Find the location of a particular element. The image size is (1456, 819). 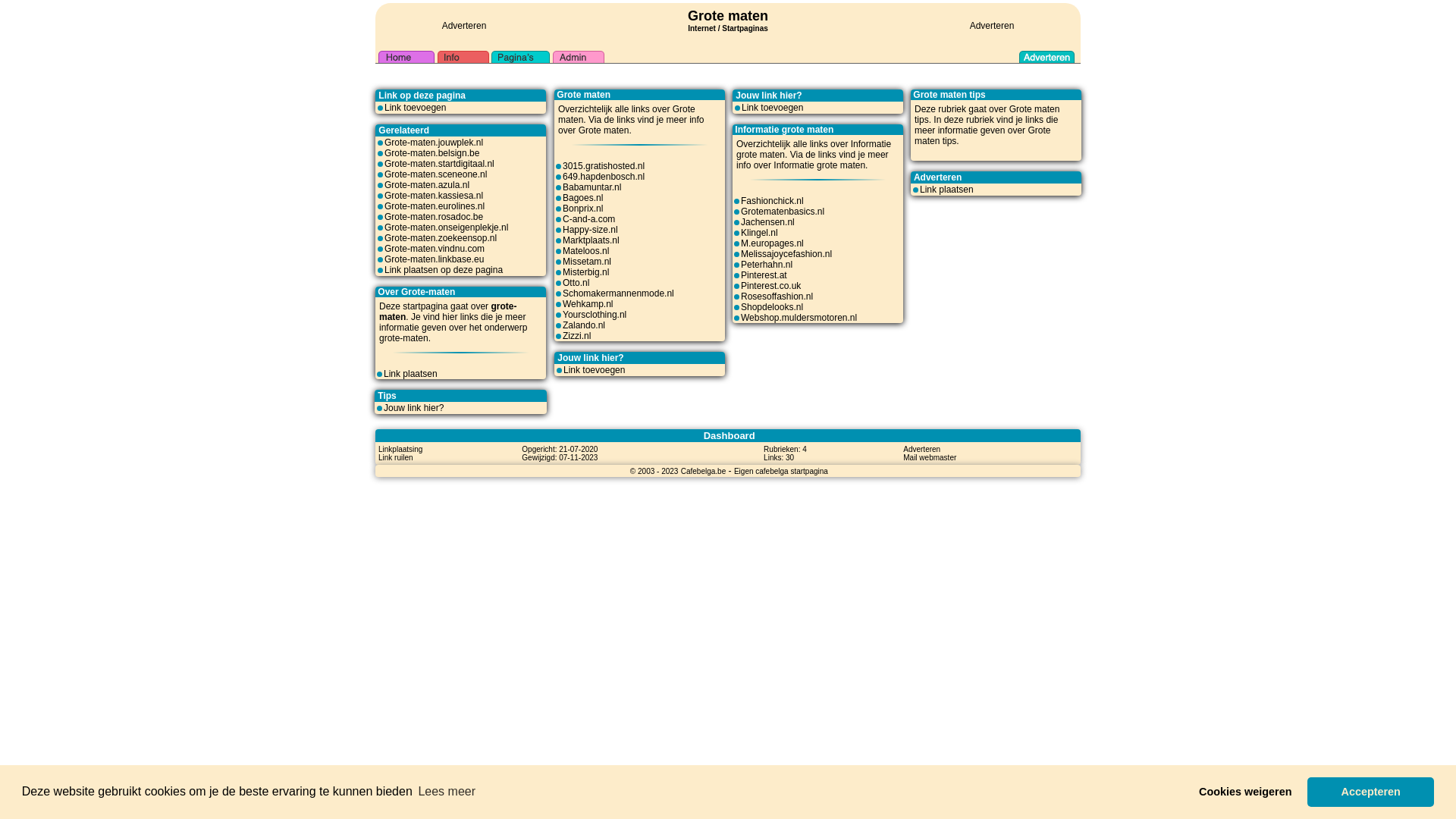

'Startpaginas' is located at coordinates (745, 28).